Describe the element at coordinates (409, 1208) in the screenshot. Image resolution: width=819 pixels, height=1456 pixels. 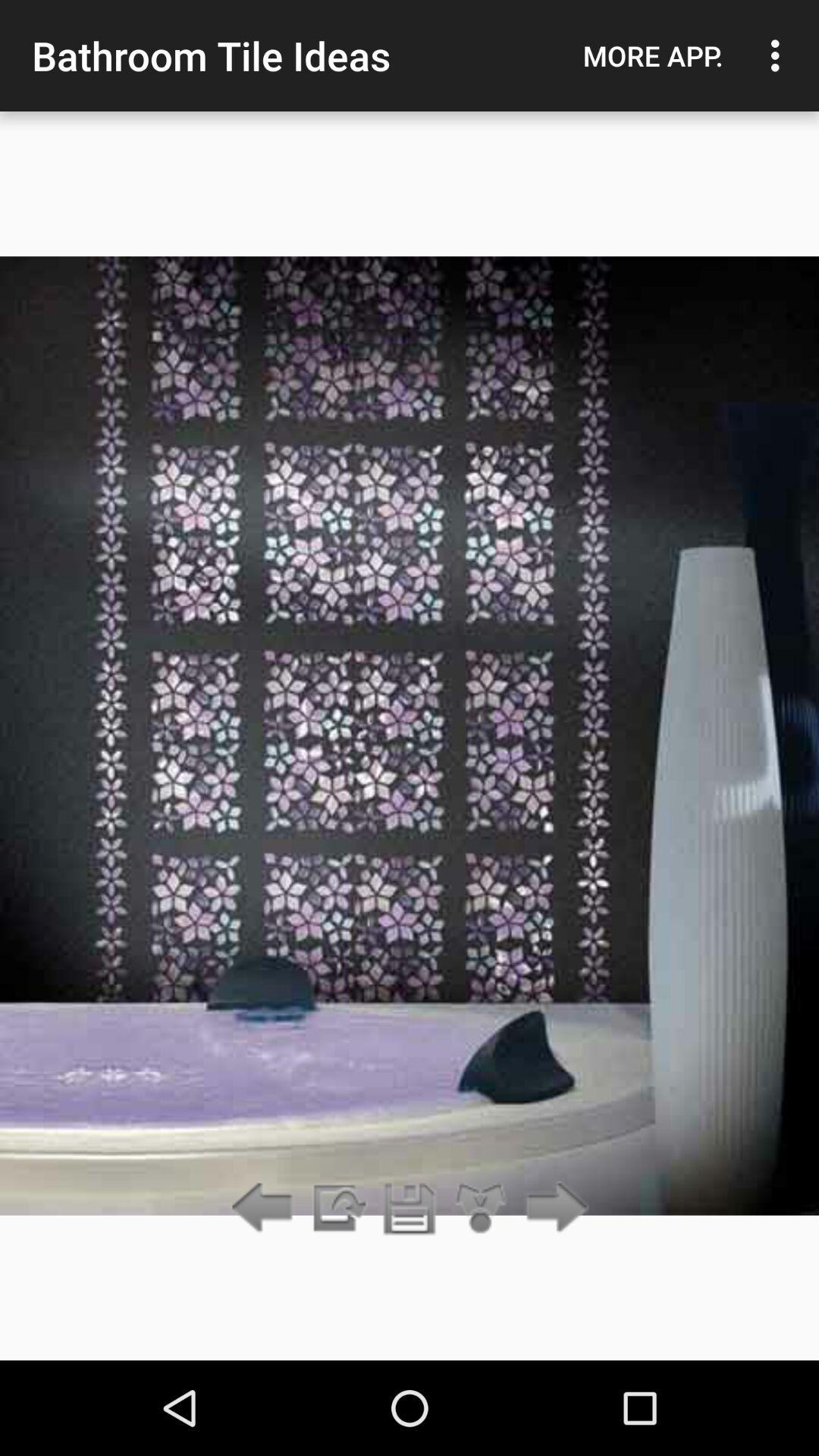
I see `the design` at that location.